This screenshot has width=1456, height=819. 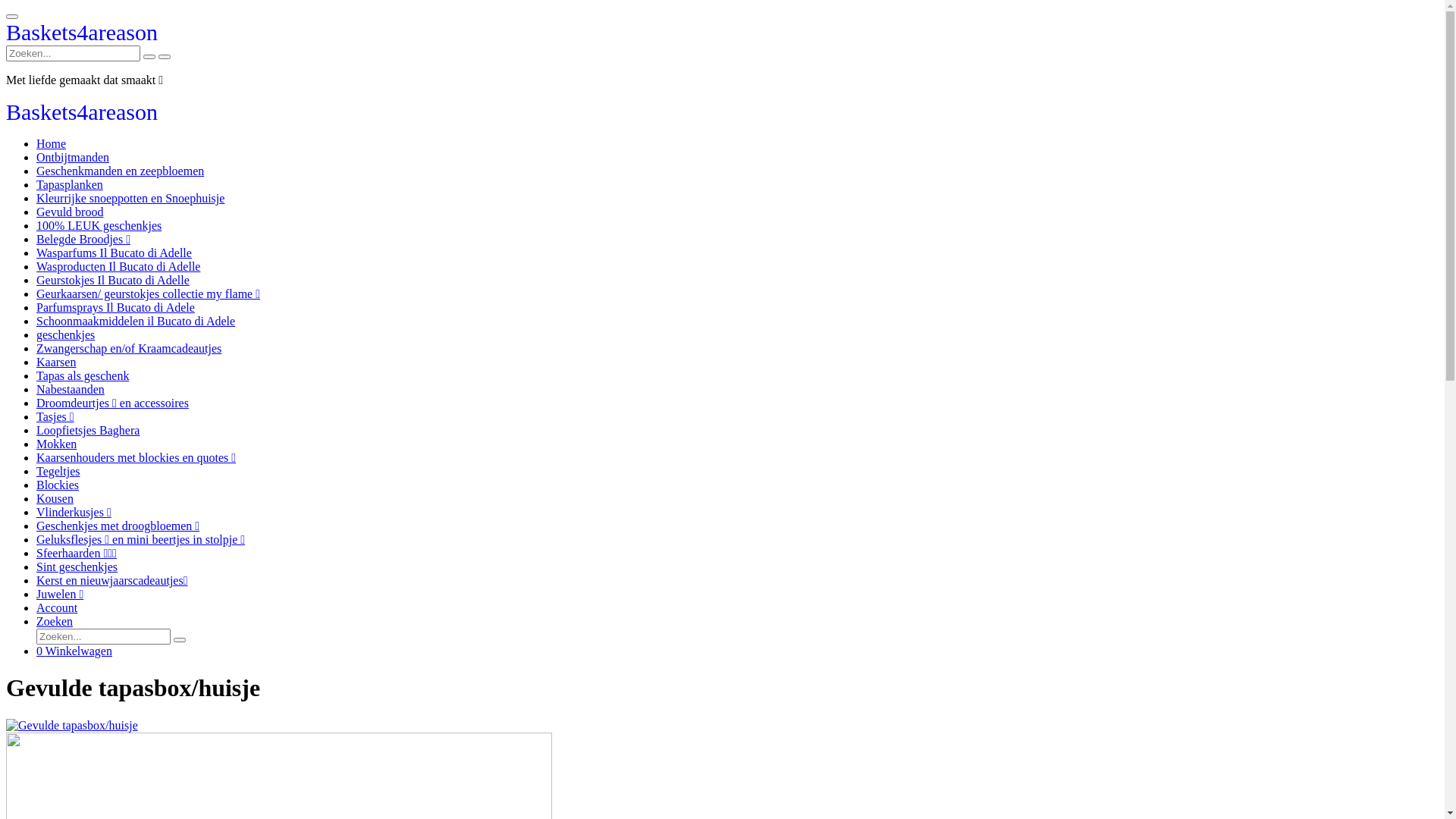 I want to click on 'Schoonmaakmiddelen il Bucato di Adele', so click(x=135, y=320).